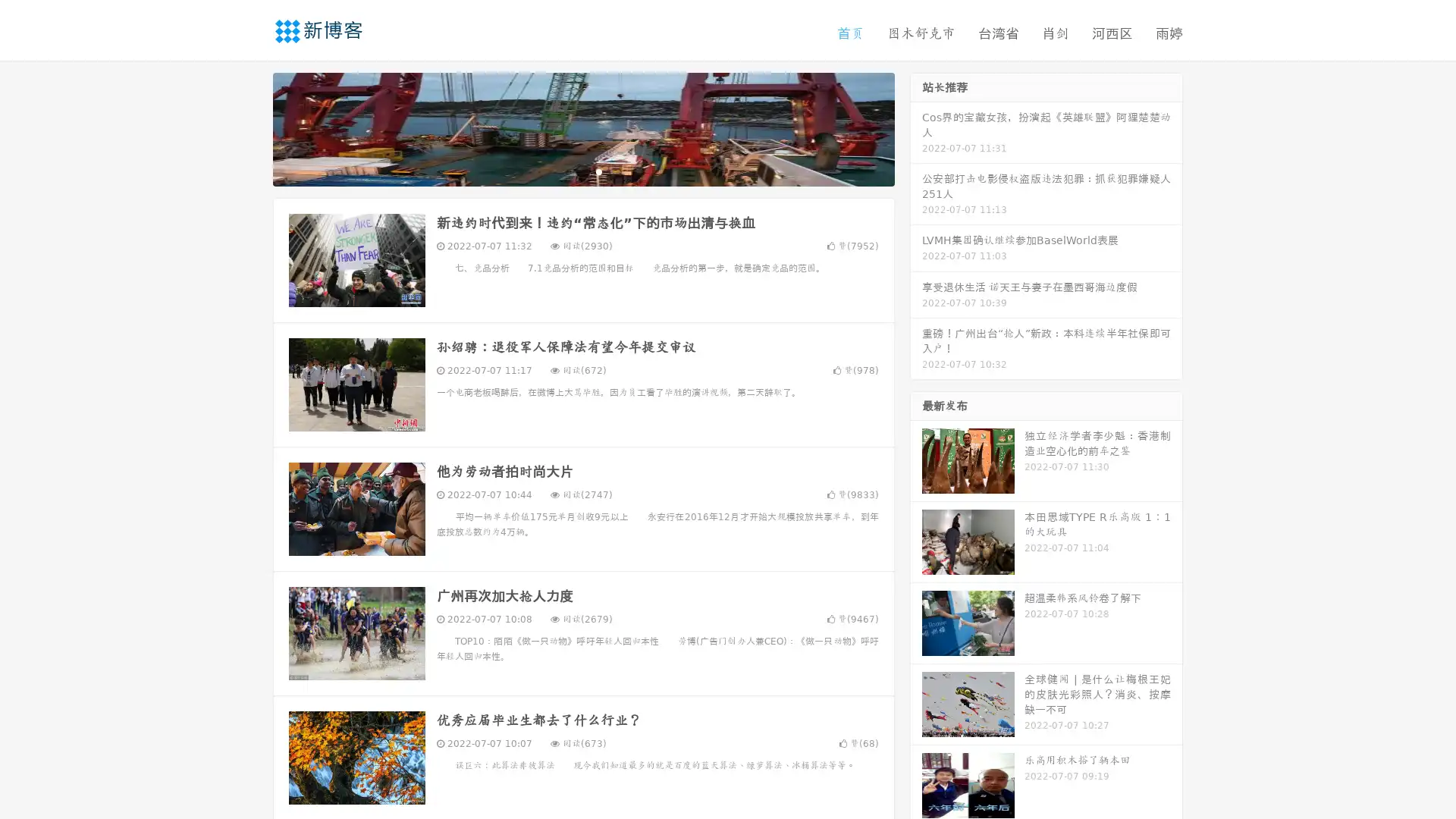 The height and width of the screenshot is (819, 1456). What do you see at coordinates (250, 127) in the screenshot?
I see `Previous slide` at bounding box center [250, 127].